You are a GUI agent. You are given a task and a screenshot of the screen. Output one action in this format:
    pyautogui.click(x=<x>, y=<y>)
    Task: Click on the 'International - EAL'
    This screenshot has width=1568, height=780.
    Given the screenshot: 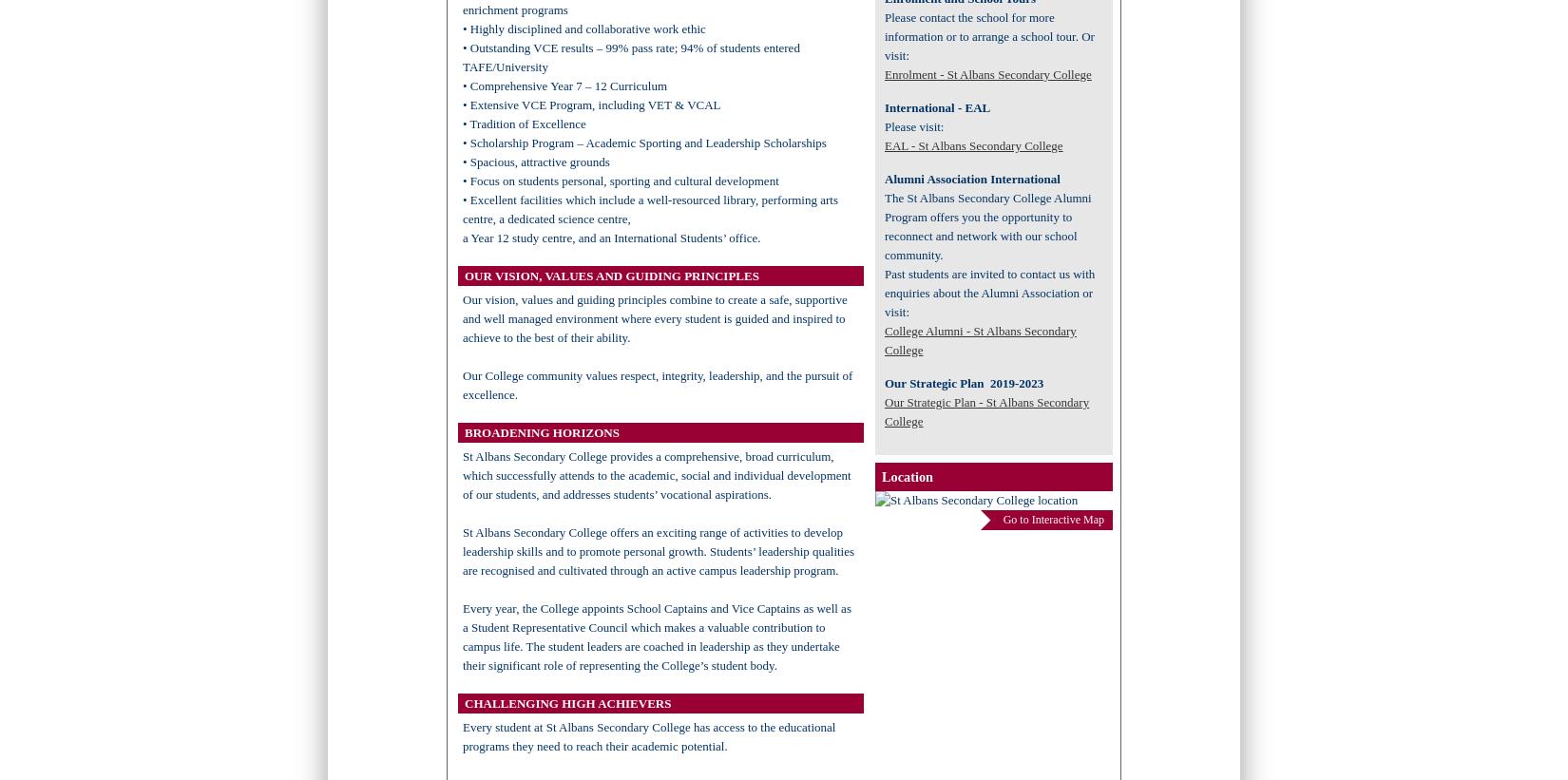 What is the action you would take?
    pyautogui.click(x=937, y=106)
    